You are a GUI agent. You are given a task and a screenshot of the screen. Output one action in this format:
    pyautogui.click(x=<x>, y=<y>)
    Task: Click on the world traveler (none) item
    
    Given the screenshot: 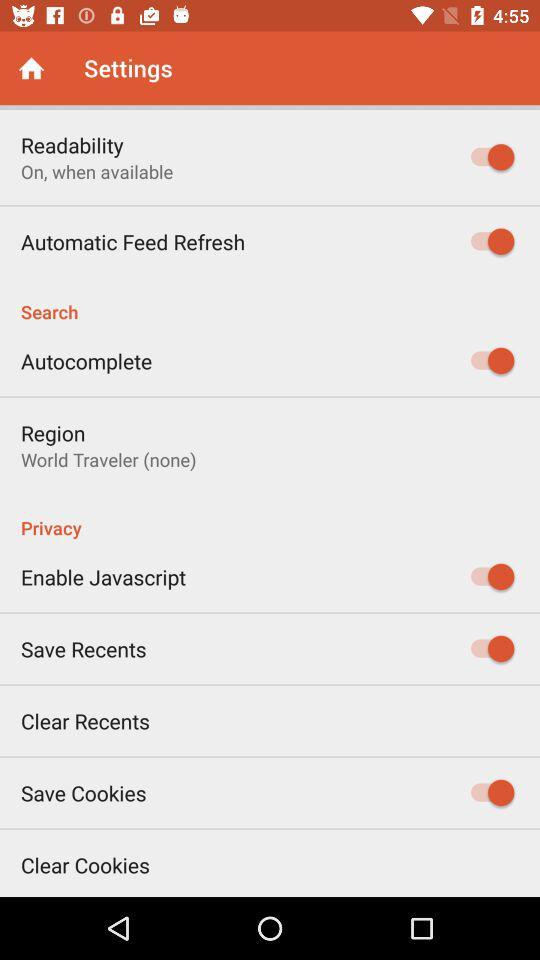 What is the action you would take?
    pyautogui.click(x=108, y=459)
    